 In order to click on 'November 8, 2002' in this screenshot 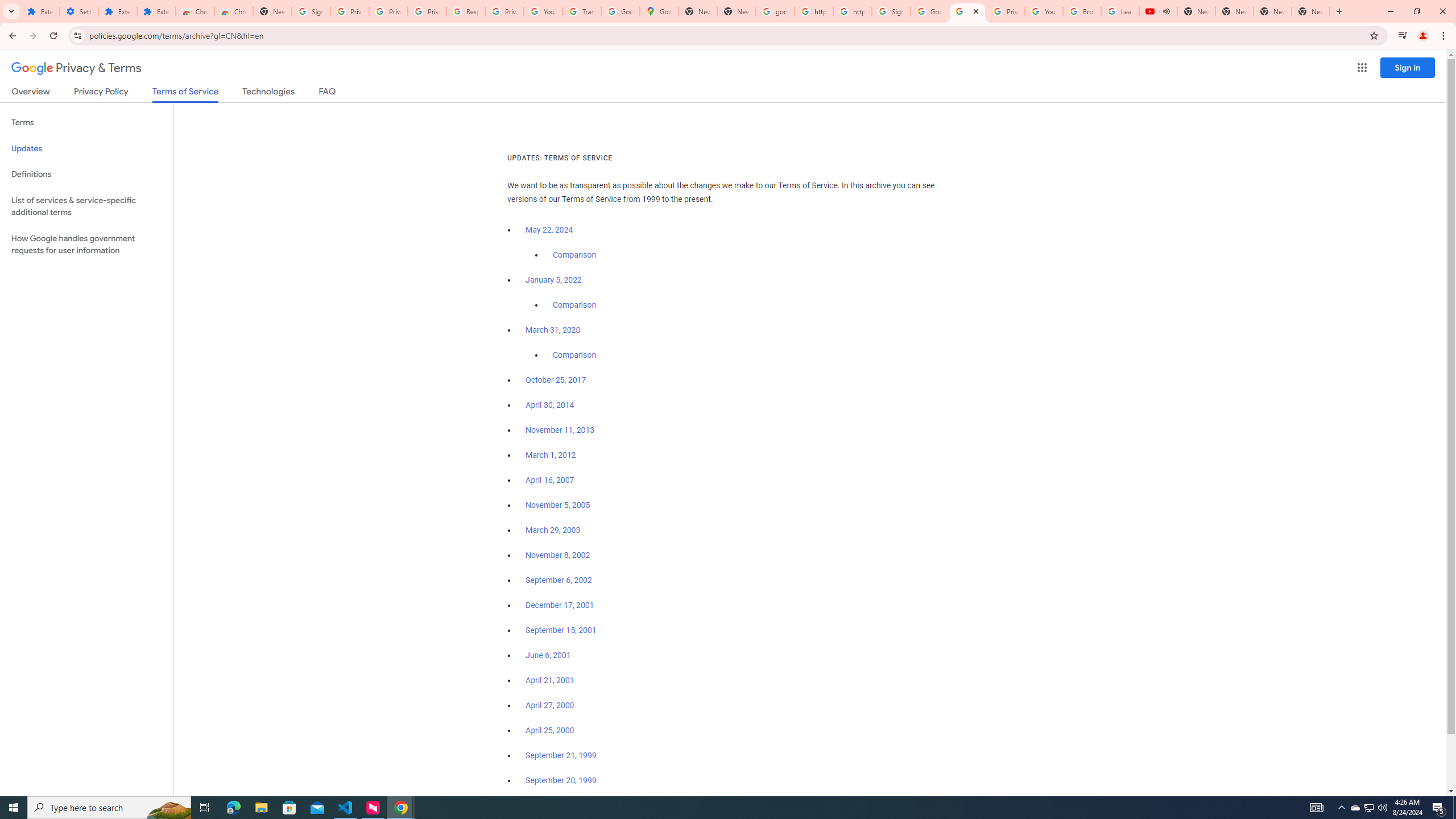, I will do `click(557, 555)`.